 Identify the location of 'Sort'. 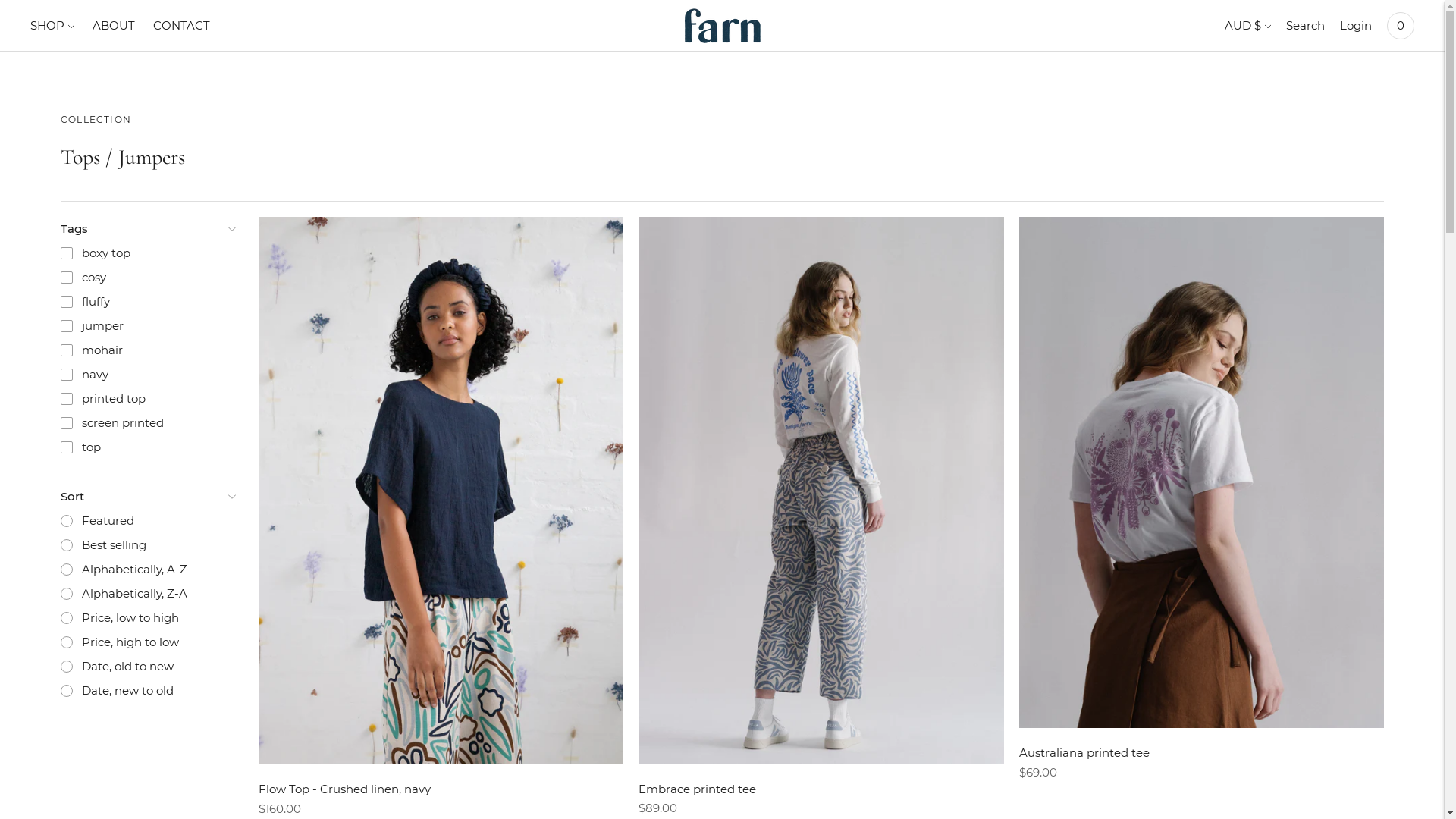
(147, 497).